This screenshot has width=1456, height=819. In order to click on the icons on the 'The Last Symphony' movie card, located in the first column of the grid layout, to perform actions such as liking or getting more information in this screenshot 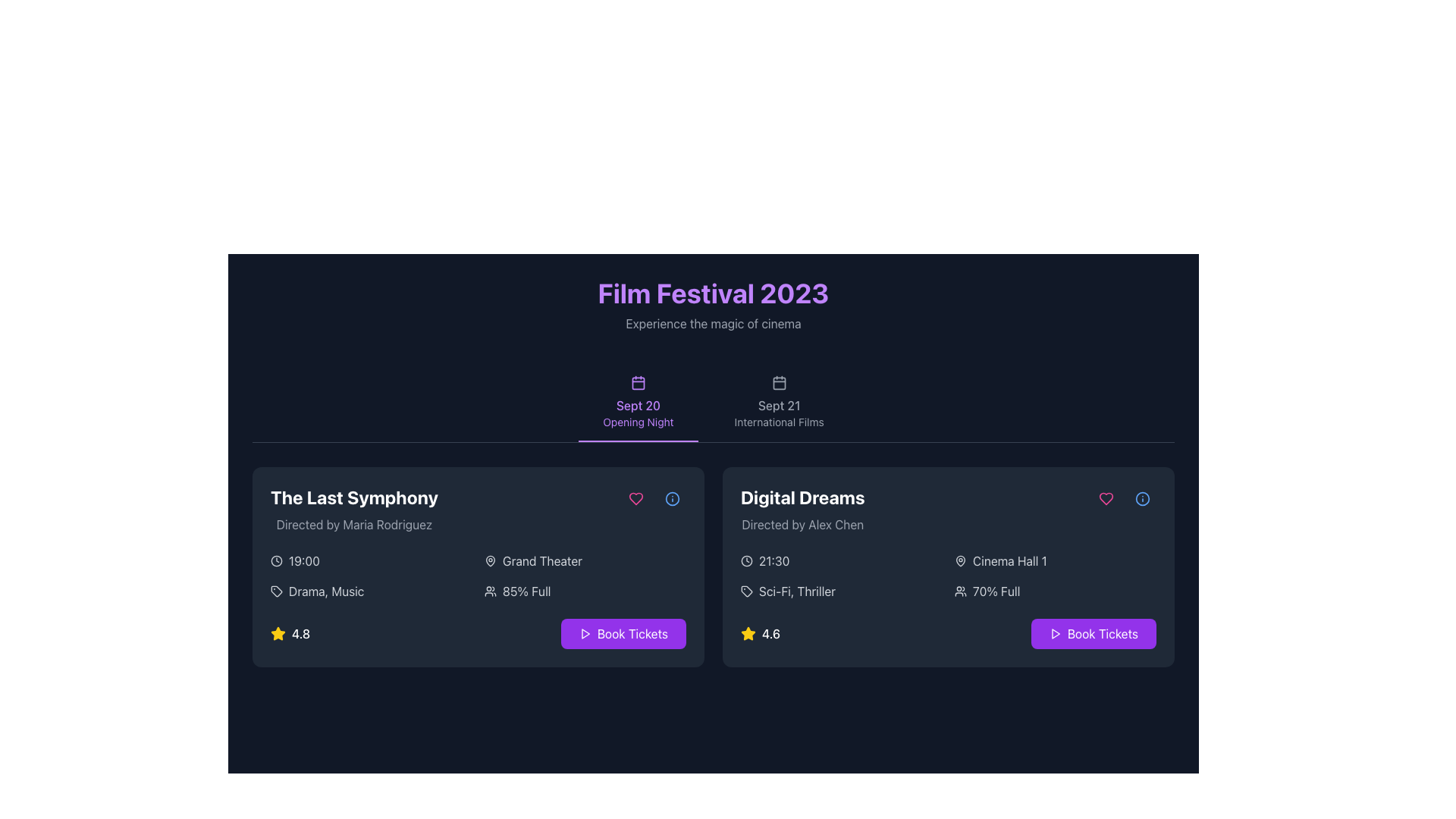, I will do `click(477, 567)`.